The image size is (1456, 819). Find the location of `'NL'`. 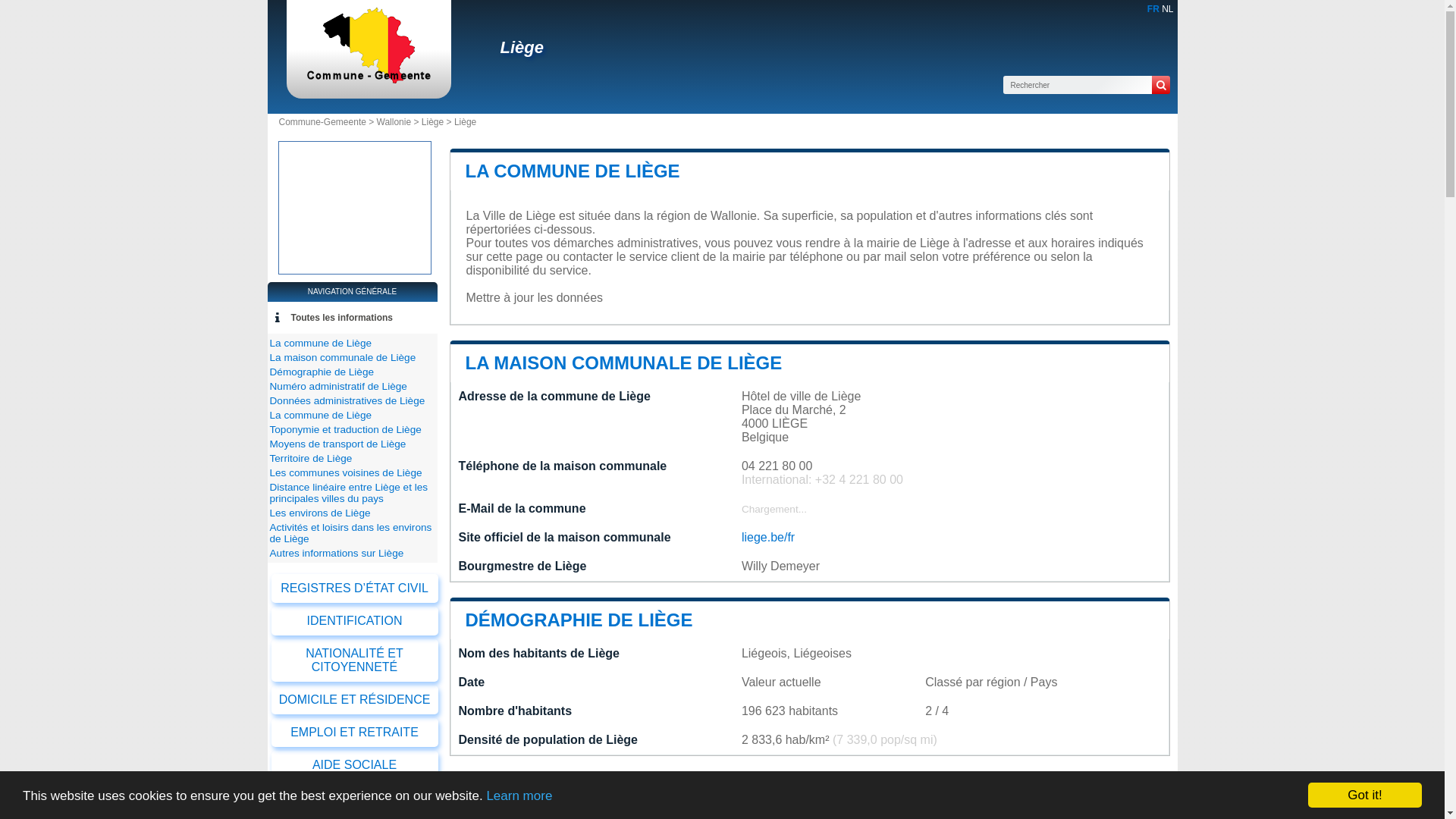

'NL' is located at coordinates (1160, 8).